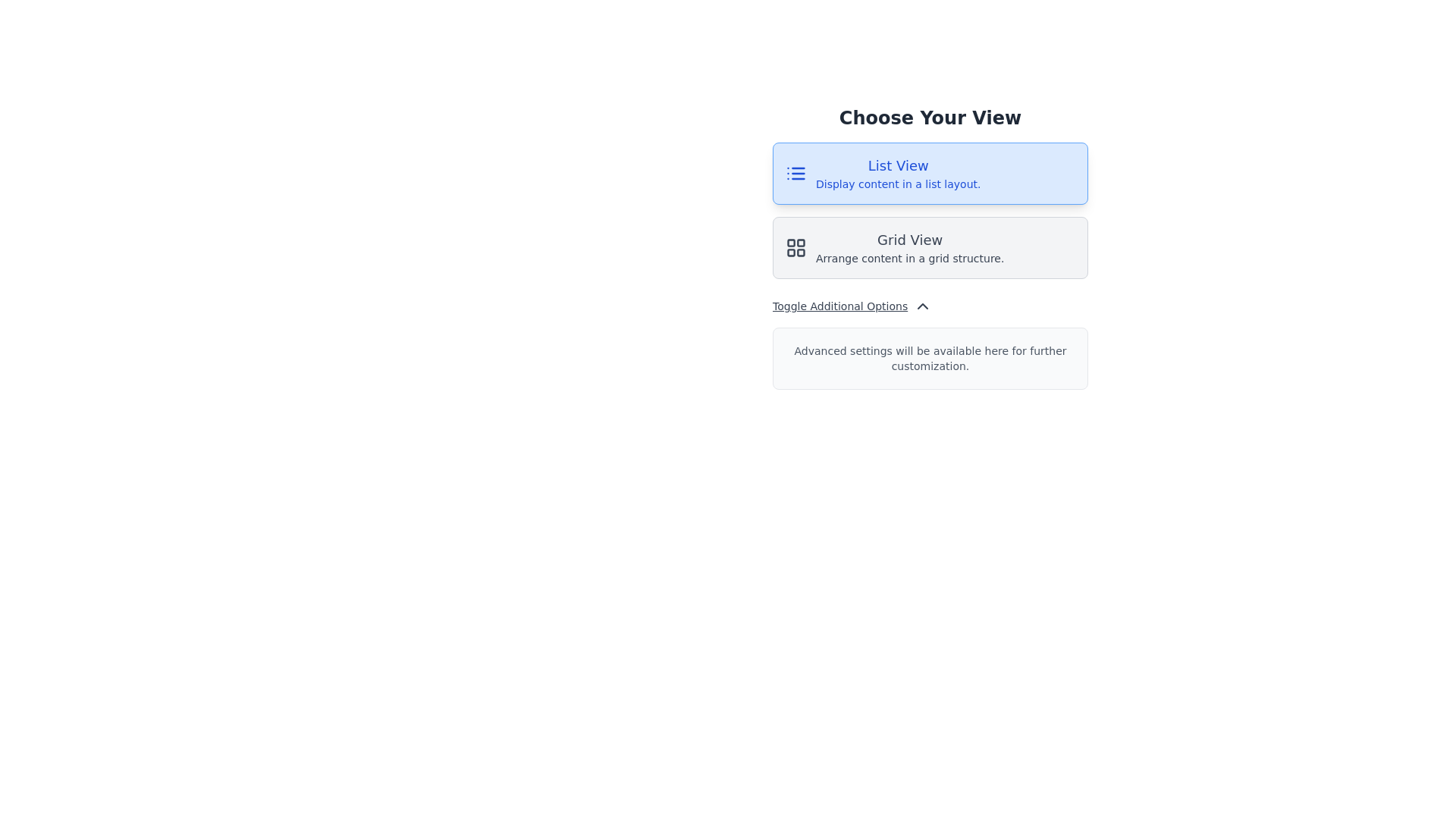 This screenshot has width=1456, height=819. What do you see at coordinates (930, 247) in the screenshot?
I see `the second selectable button in the 'Choose Your View' section` at bounding box center [930, 247].